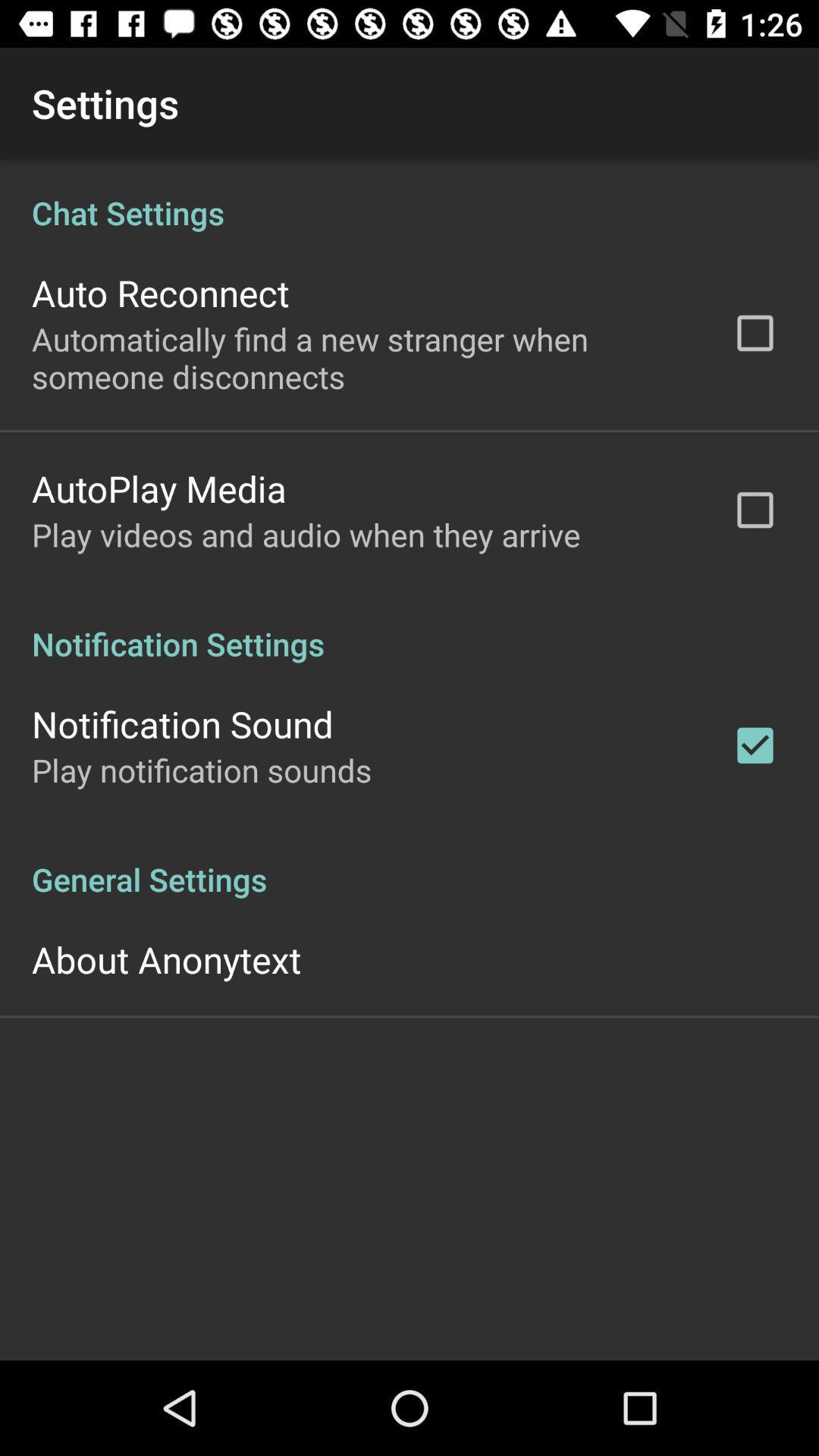  What do you see at coordinates (409, 628) in the screenshot?
I see `the notification settings icon` at bounding box center [409, 628].